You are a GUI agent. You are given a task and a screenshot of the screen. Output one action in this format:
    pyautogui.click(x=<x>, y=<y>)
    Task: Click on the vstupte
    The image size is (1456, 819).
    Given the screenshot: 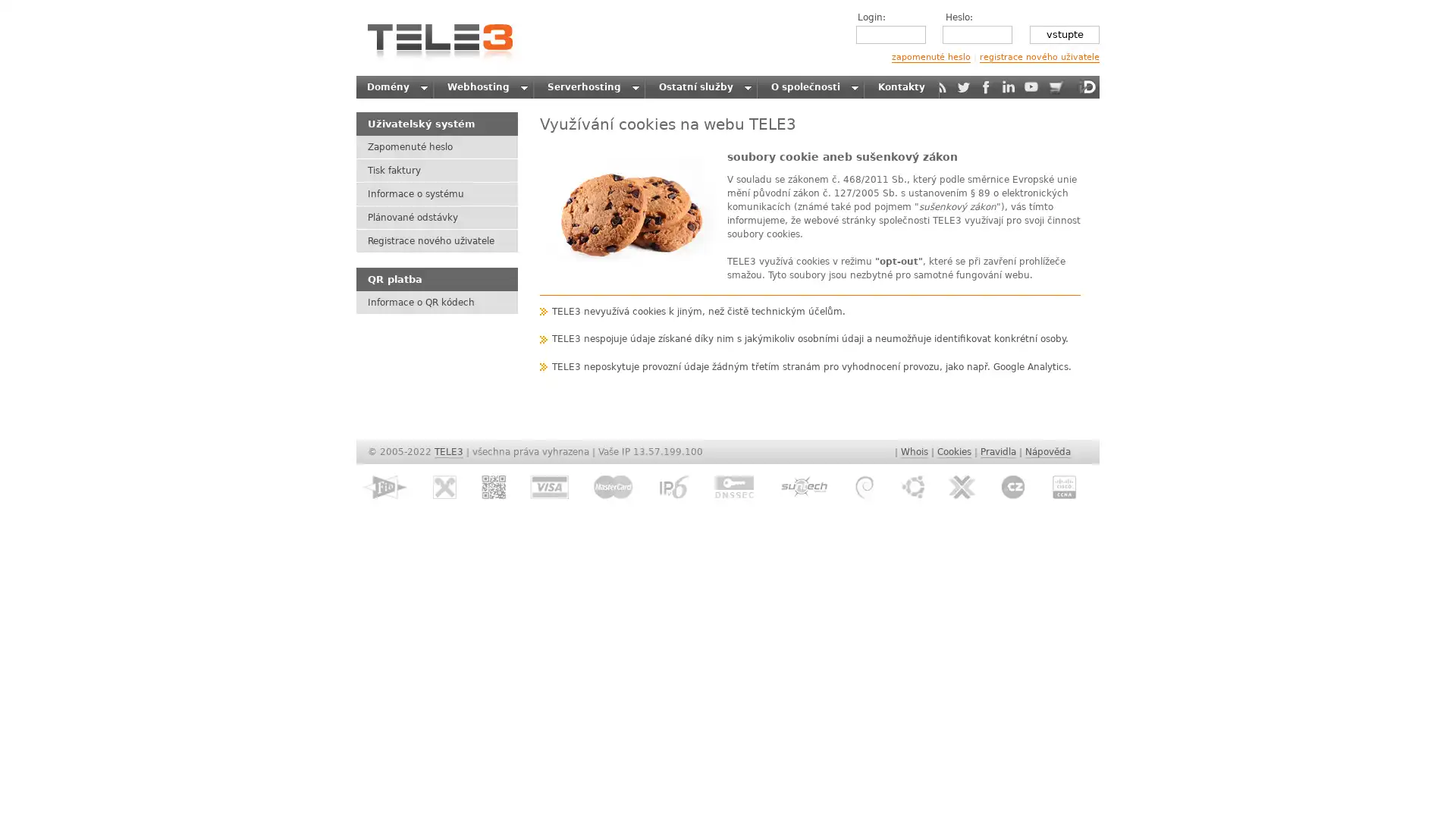 What is the action you would take?
    pyautogui.click(x=1063, y=34)
    